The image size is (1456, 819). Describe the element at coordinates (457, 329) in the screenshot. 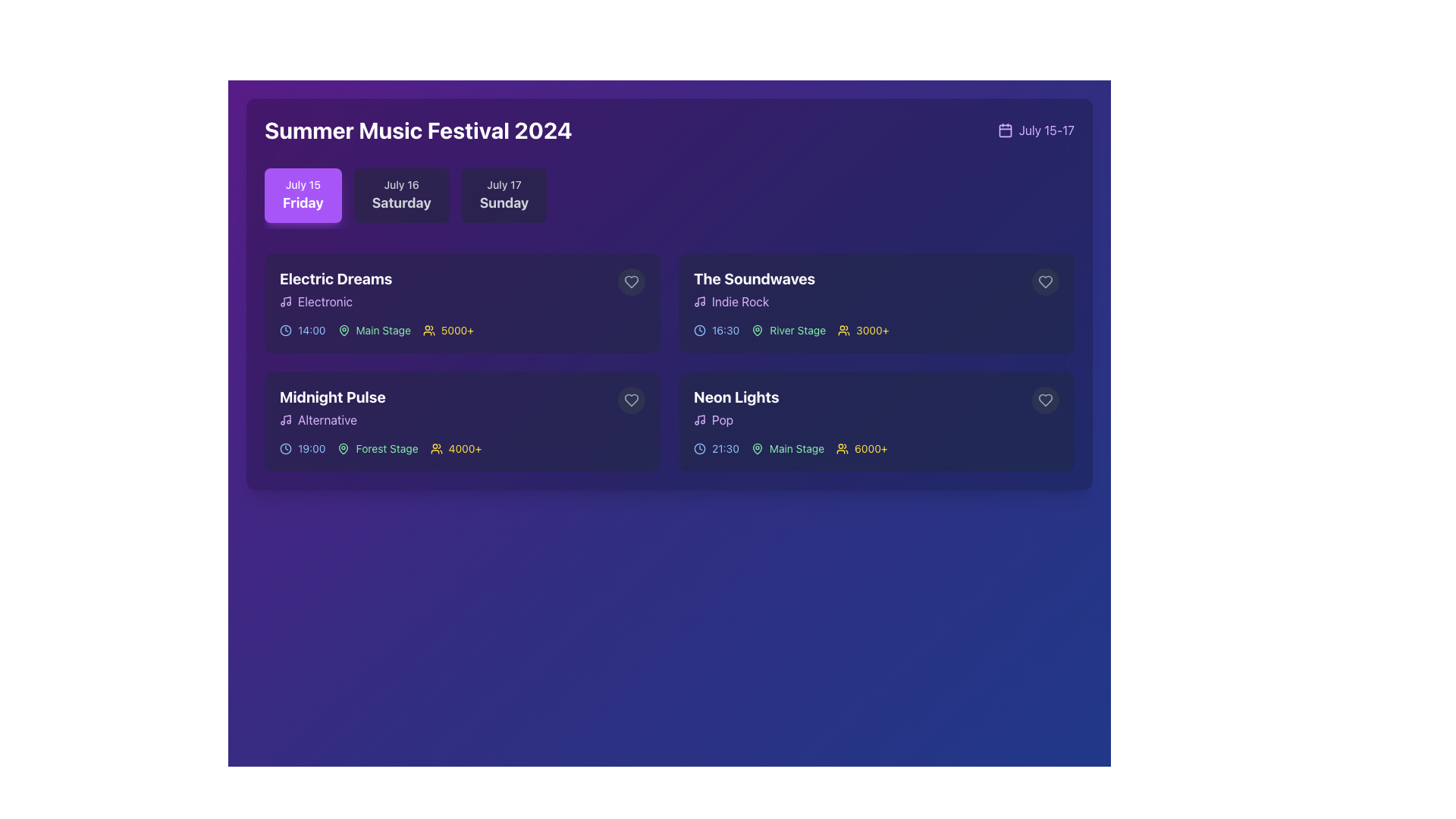

I see `the static text label displaying '5000+' styled in yellow font, located to the right of the people icon in the 'Electric Dreams' section` at that location.